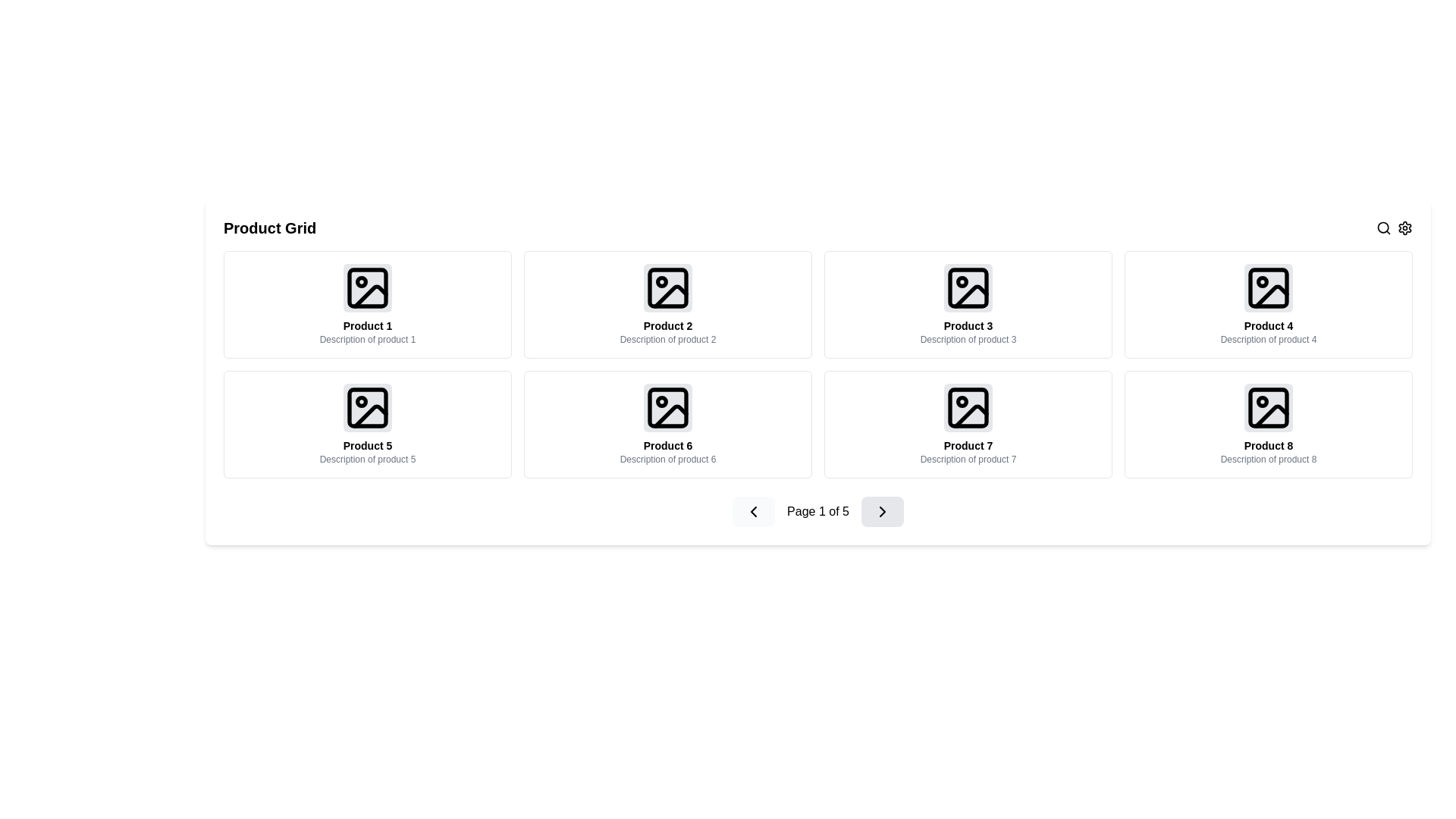 This screenshot has width=1456, height=819. I want to click on the Decorative SVG rectangle located in the bottom-right corner of the product grid for 'Product 8', so click(1269, 406).